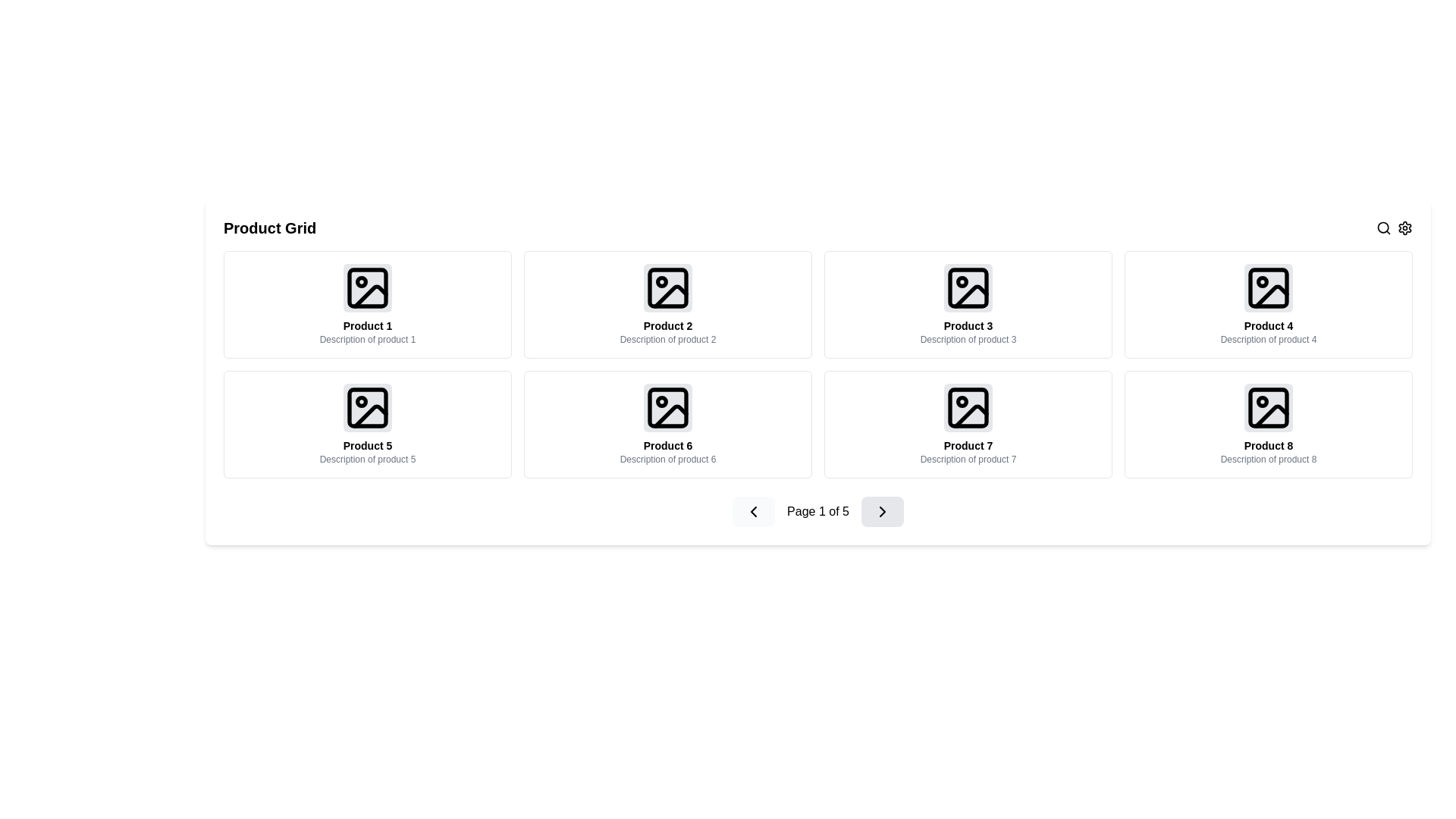 This screenshot has width=1456, height=819. I want to click on the Decorative SVG rectangle located in the bottom-right corner of the product grid for 'Product 8', so click(1269, 406).